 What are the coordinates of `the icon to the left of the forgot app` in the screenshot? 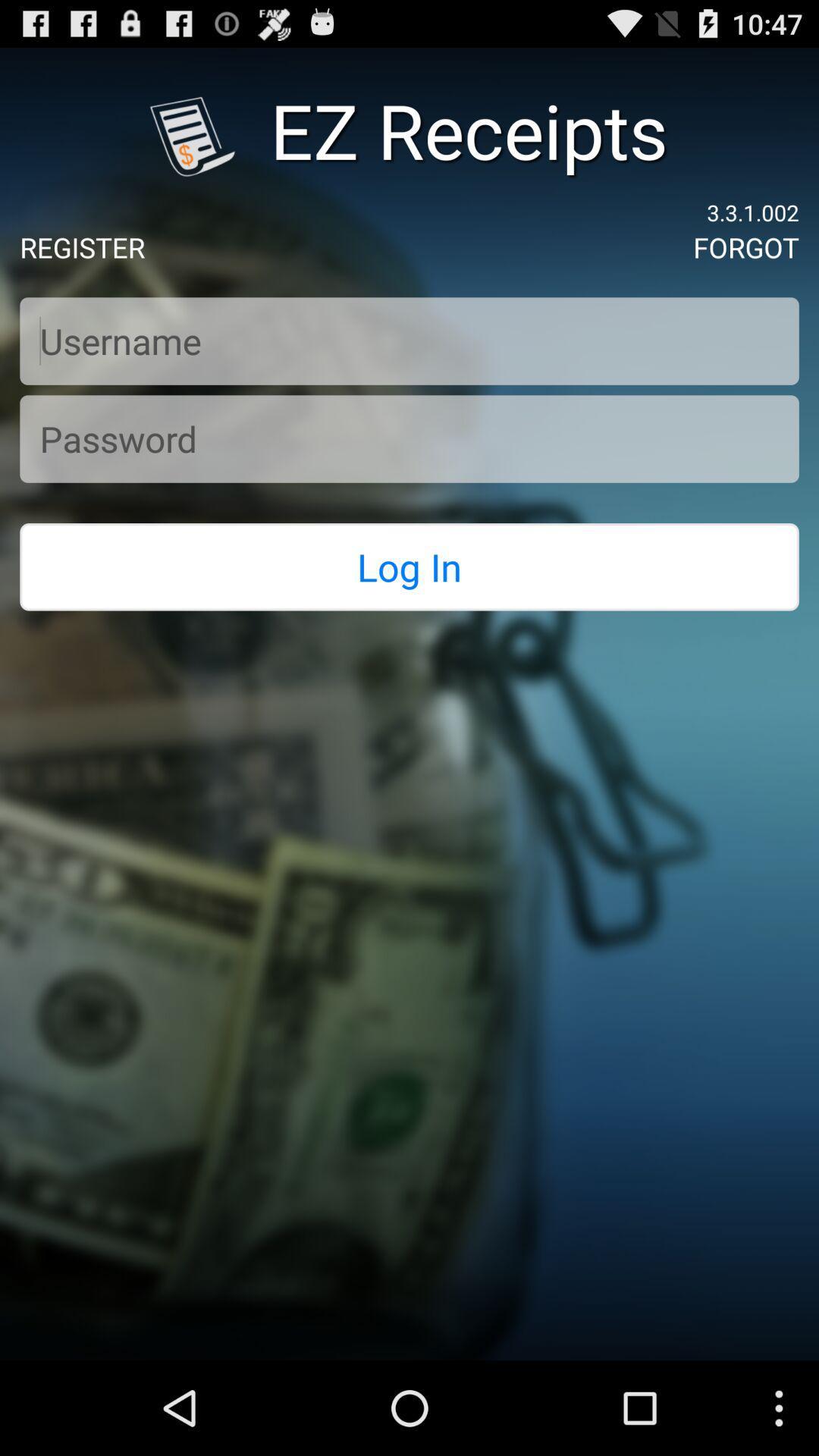 It's located at (82, 247).